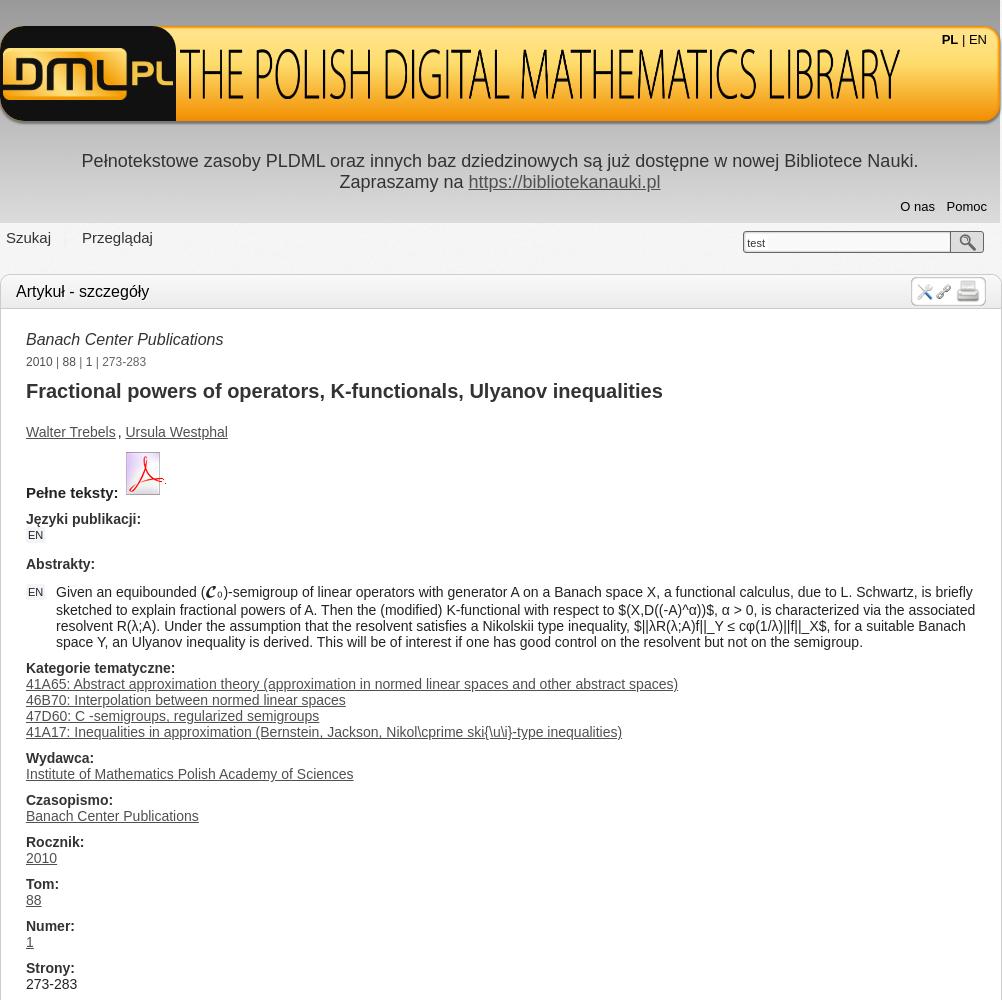  Describe the element at coordinates (96, 668) in the screenshot. I see `'Kategorie tematyczne'` at that location.